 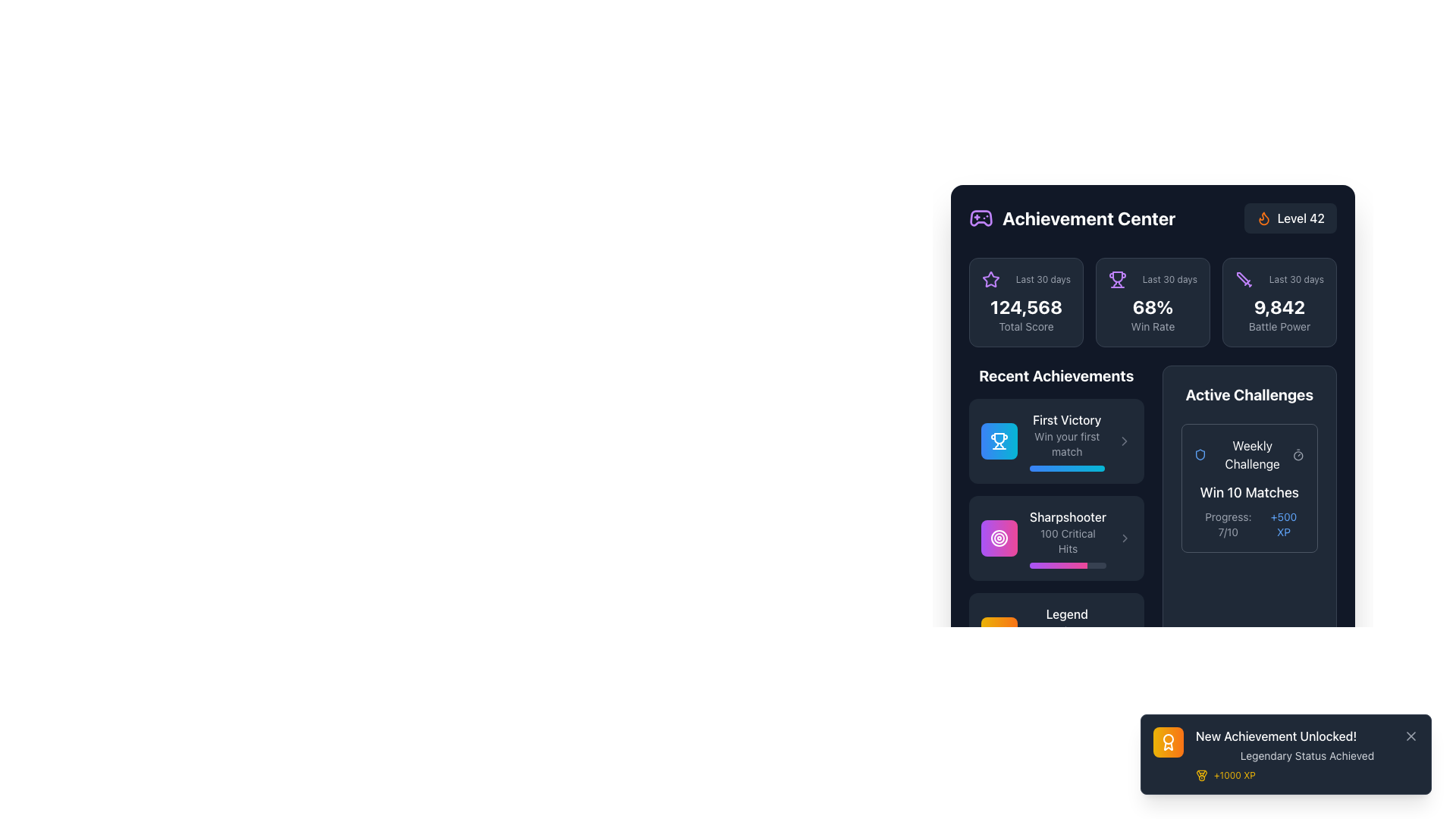 I want to click on the 'Achievement Center' header section which includes the bold white text and purple gaming controller icon on the left, and the orange flame badge with 'Level 42' on the right, if it has interactive functionality, so click(x=1153, y=218).